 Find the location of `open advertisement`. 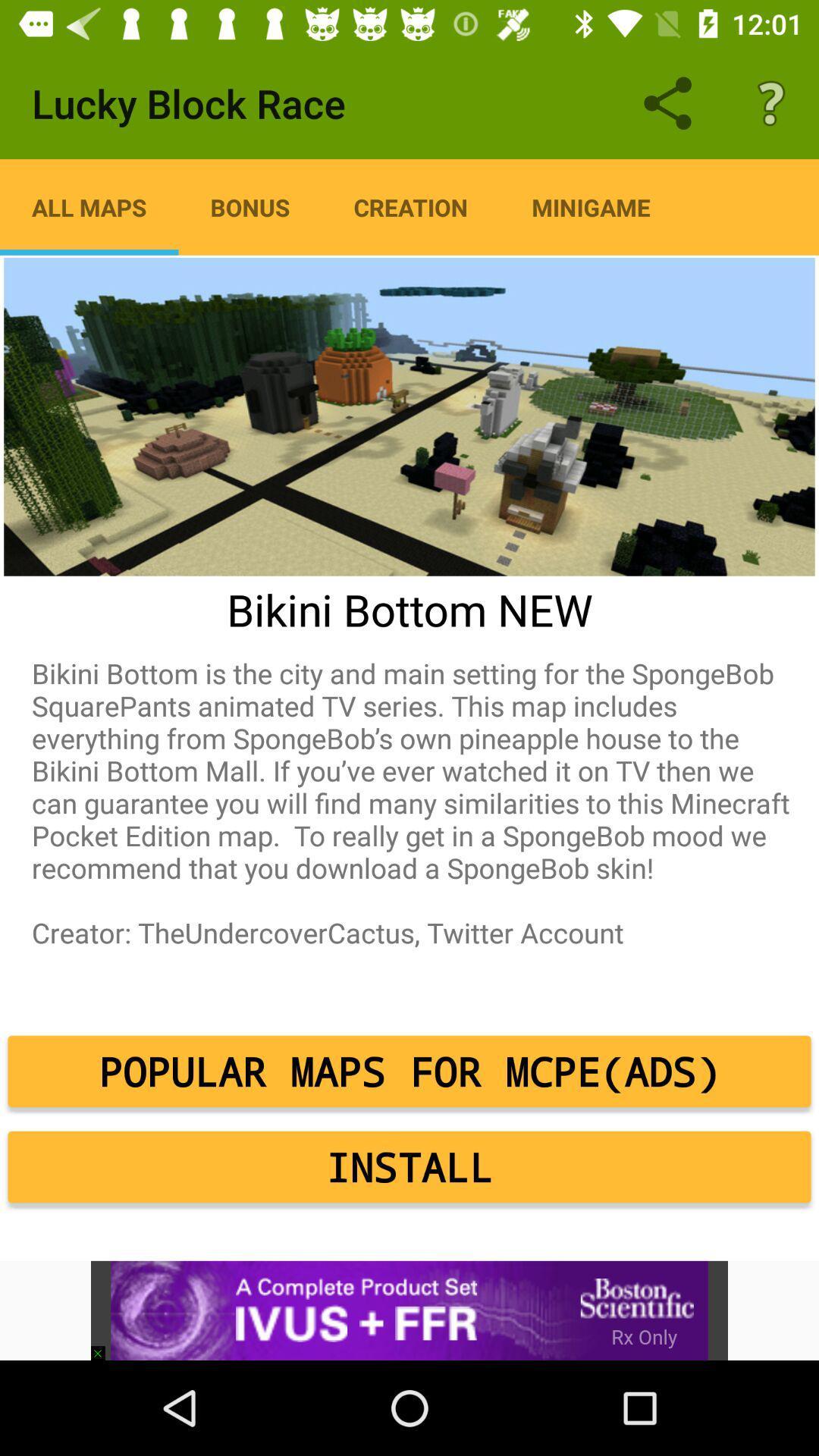

open advertisement is located at coordinates (409, 1310).